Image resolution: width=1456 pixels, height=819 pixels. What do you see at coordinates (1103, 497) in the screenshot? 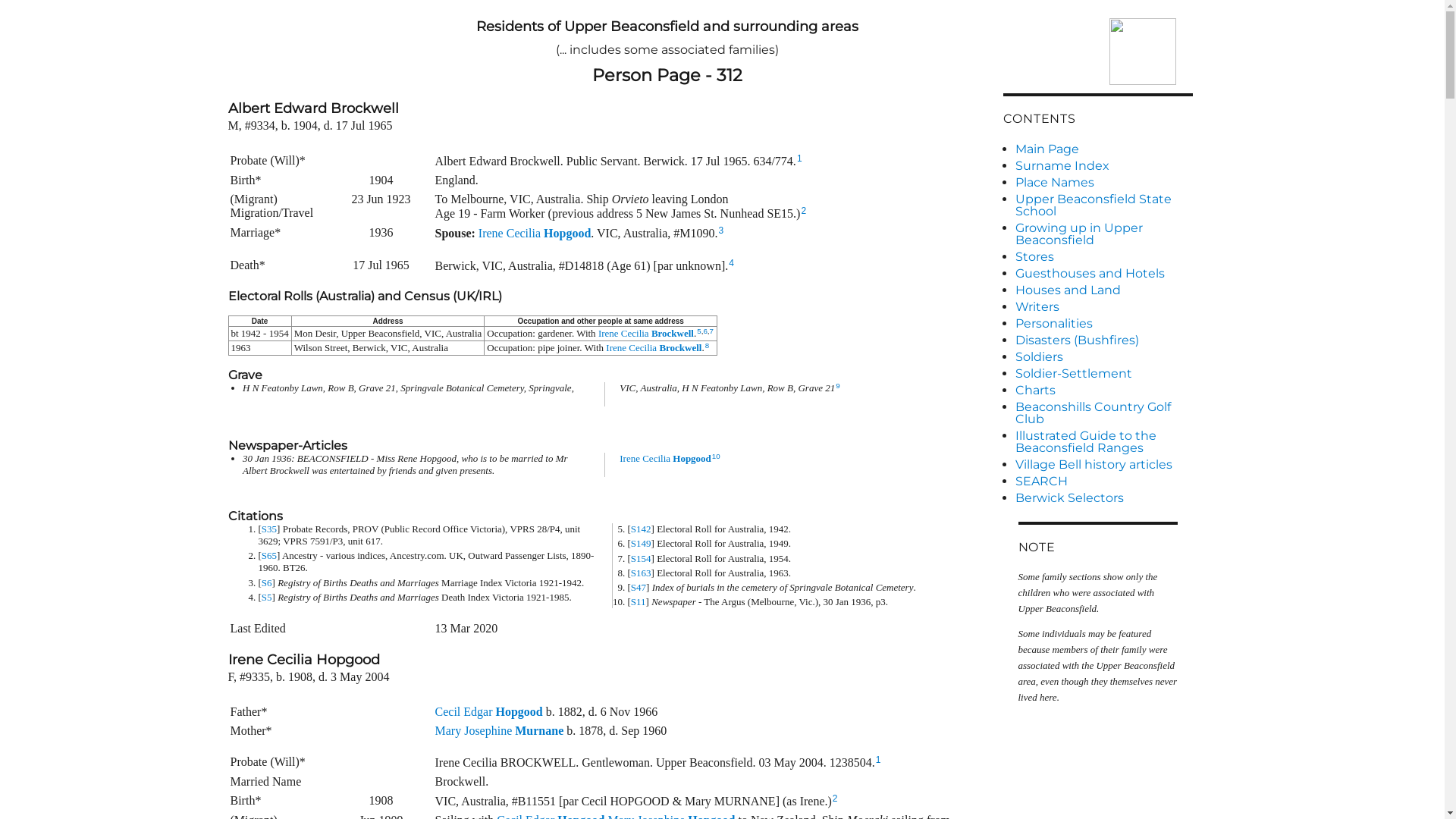
I see `'Berwick Selectors'` at bounding box center [1103, 497].